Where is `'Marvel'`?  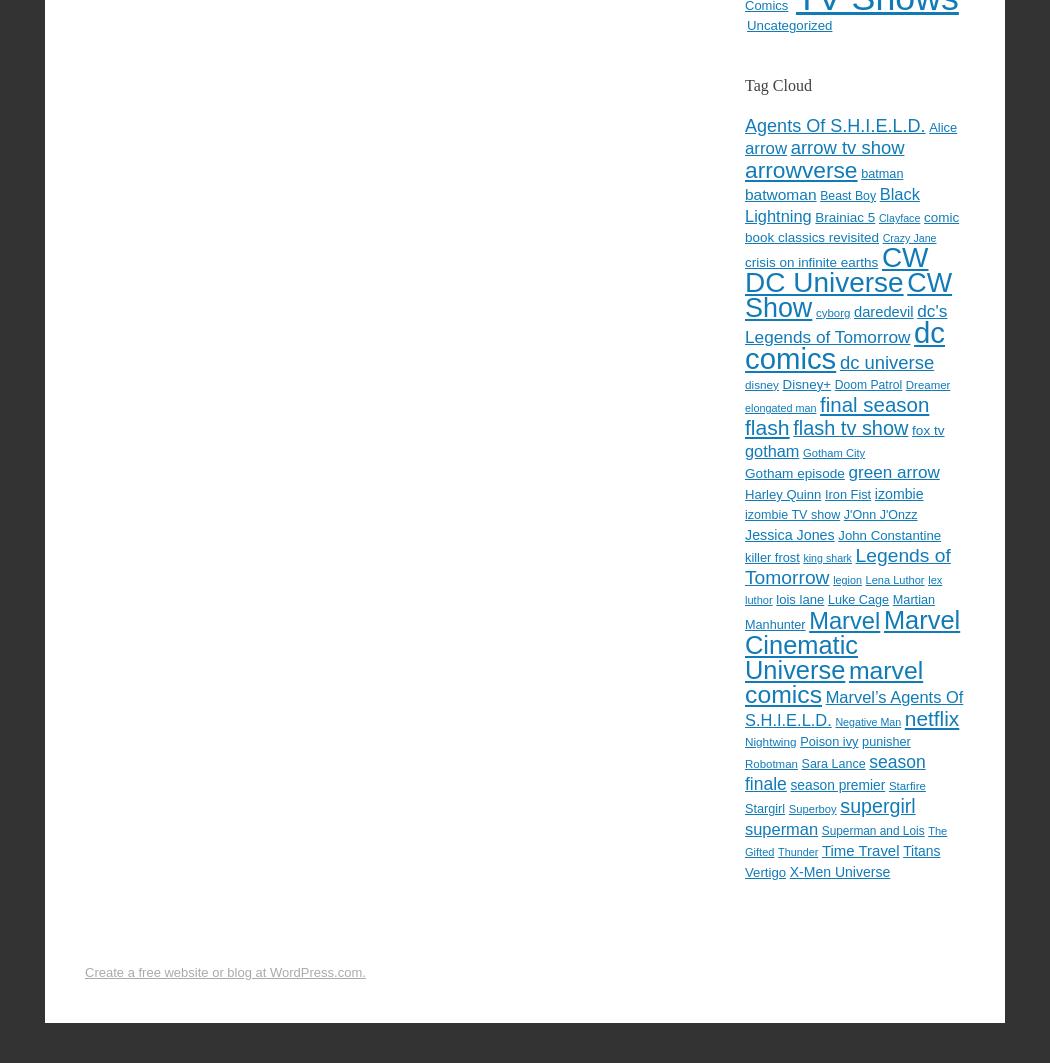
'Marvel' is located at coordinates (844, 619).